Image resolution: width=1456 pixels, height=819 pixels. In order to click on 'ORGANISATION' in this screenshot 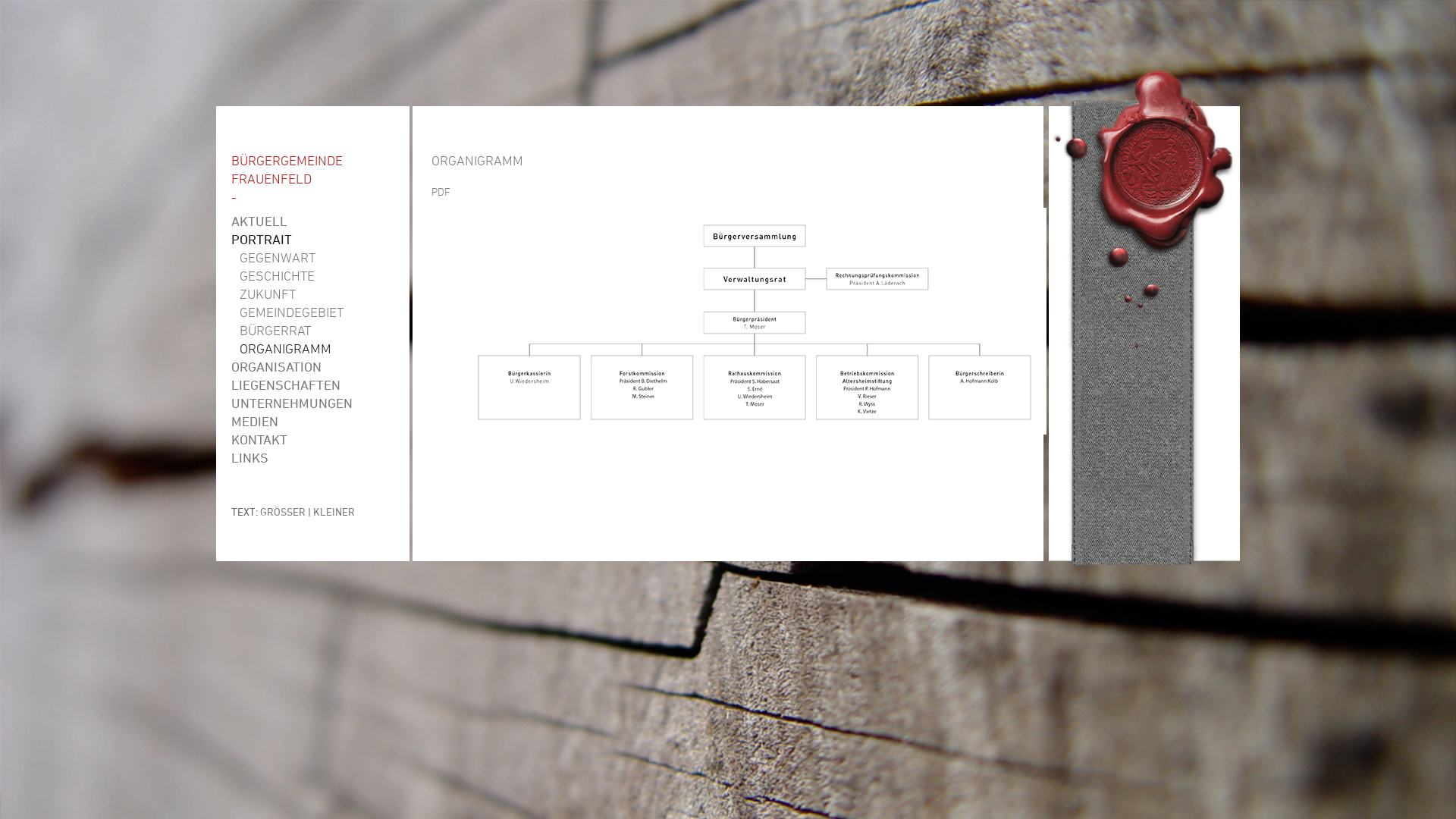, I will do `click(215, 366)`.